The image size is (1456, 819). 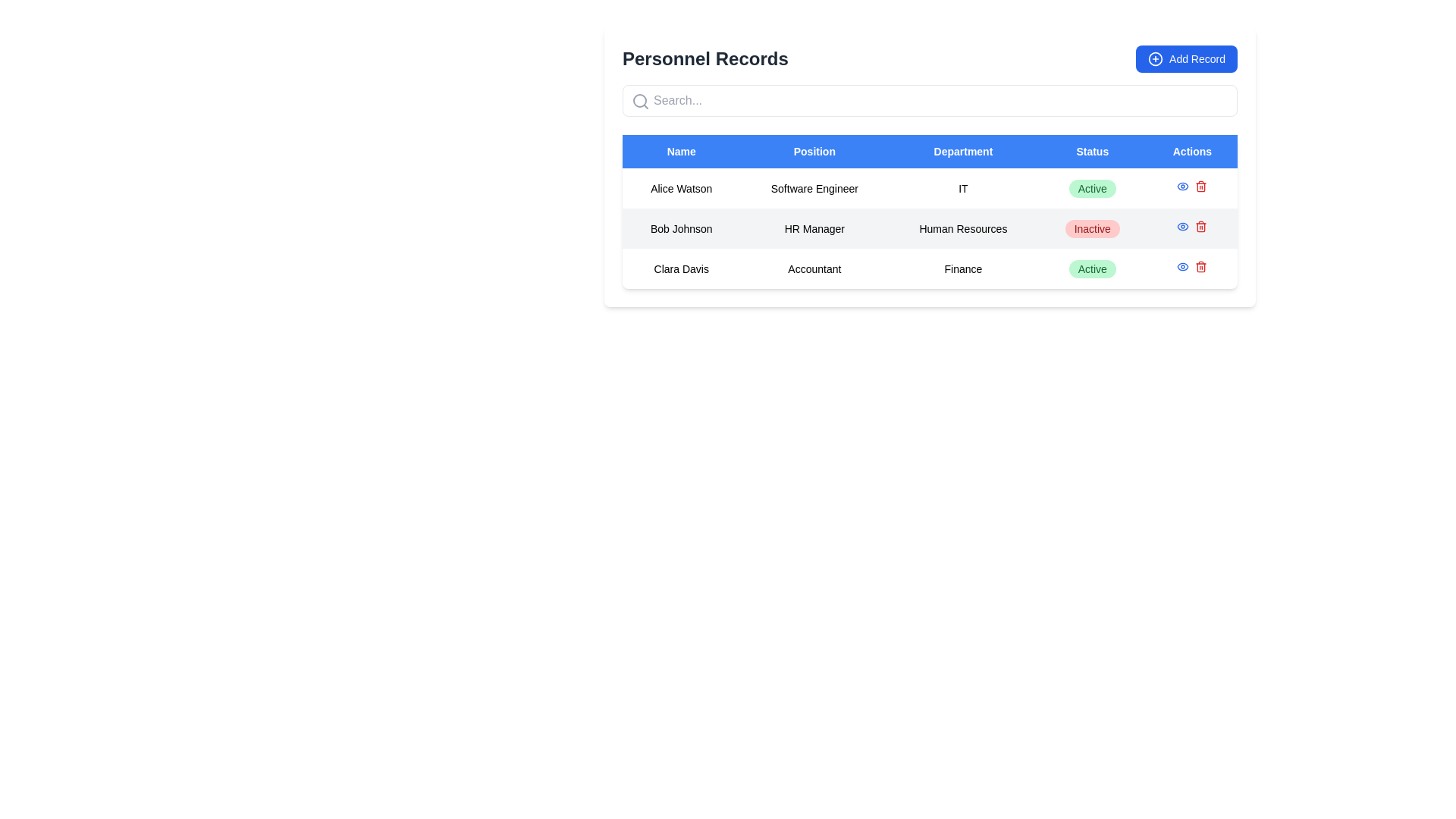 I want to click on the fourth header element of the table, which indicates the status information for each row, located between the 'Department' and 'Actions' headers, so click(x=1092, y=152).